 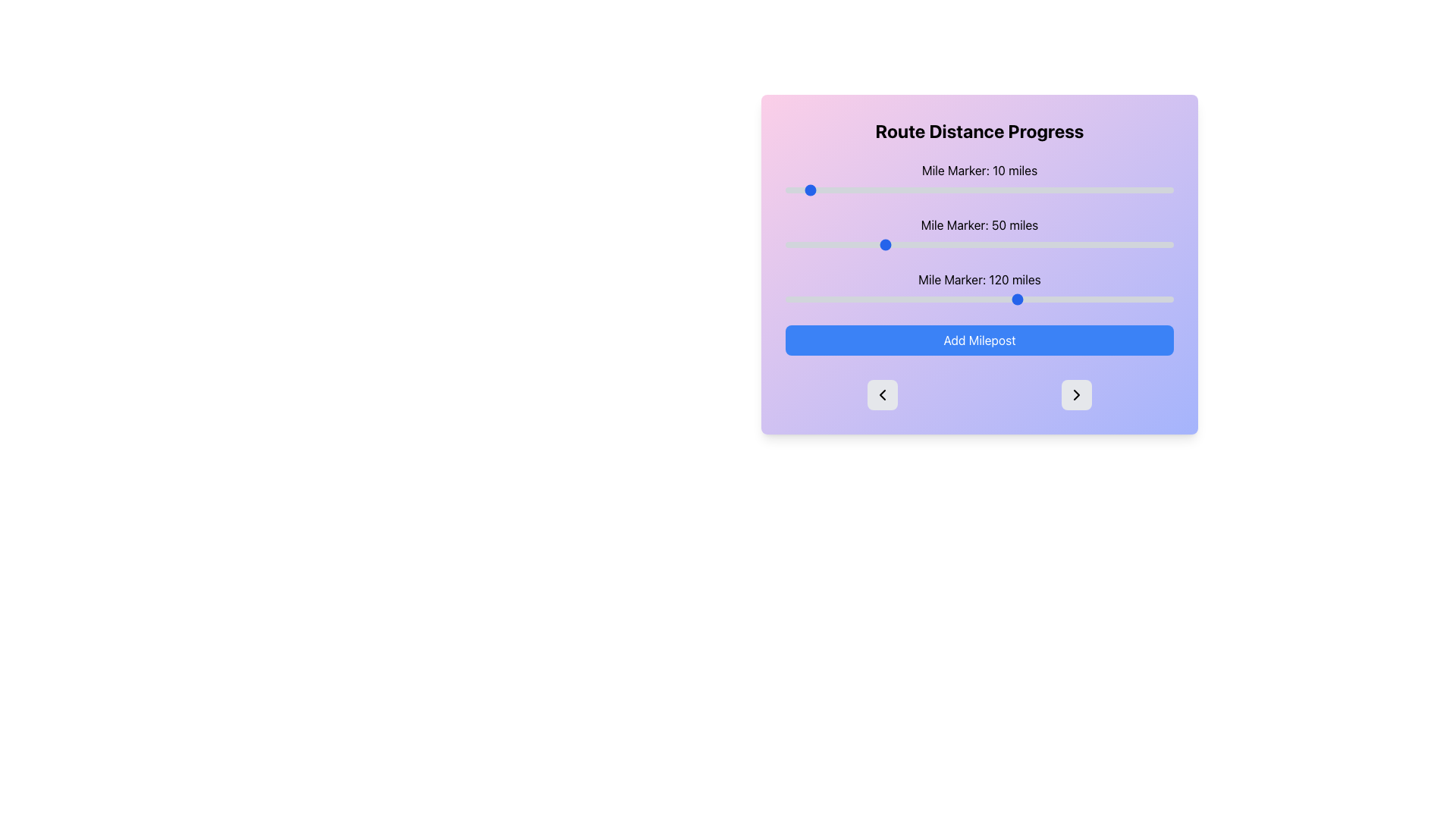 I want to click on to adjust the value of the first slider input in the vertical stack that allows selection within the range of 0, so click(x=979, y=178).